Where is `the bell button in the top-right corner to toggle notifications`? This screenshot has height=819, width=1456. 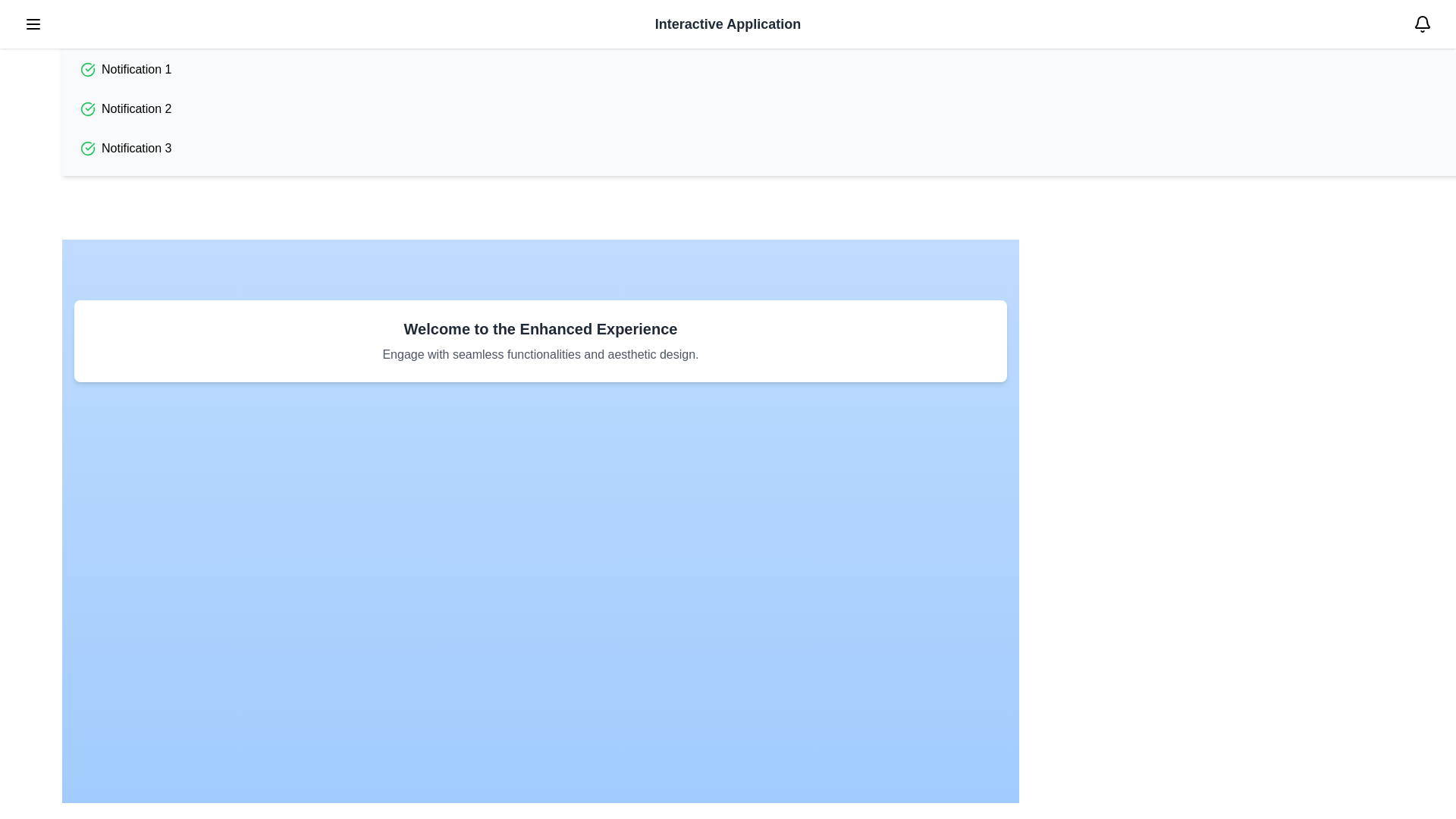 the bell button in the top-right corner to toggle notifications is located at coordinates (1422, 24).